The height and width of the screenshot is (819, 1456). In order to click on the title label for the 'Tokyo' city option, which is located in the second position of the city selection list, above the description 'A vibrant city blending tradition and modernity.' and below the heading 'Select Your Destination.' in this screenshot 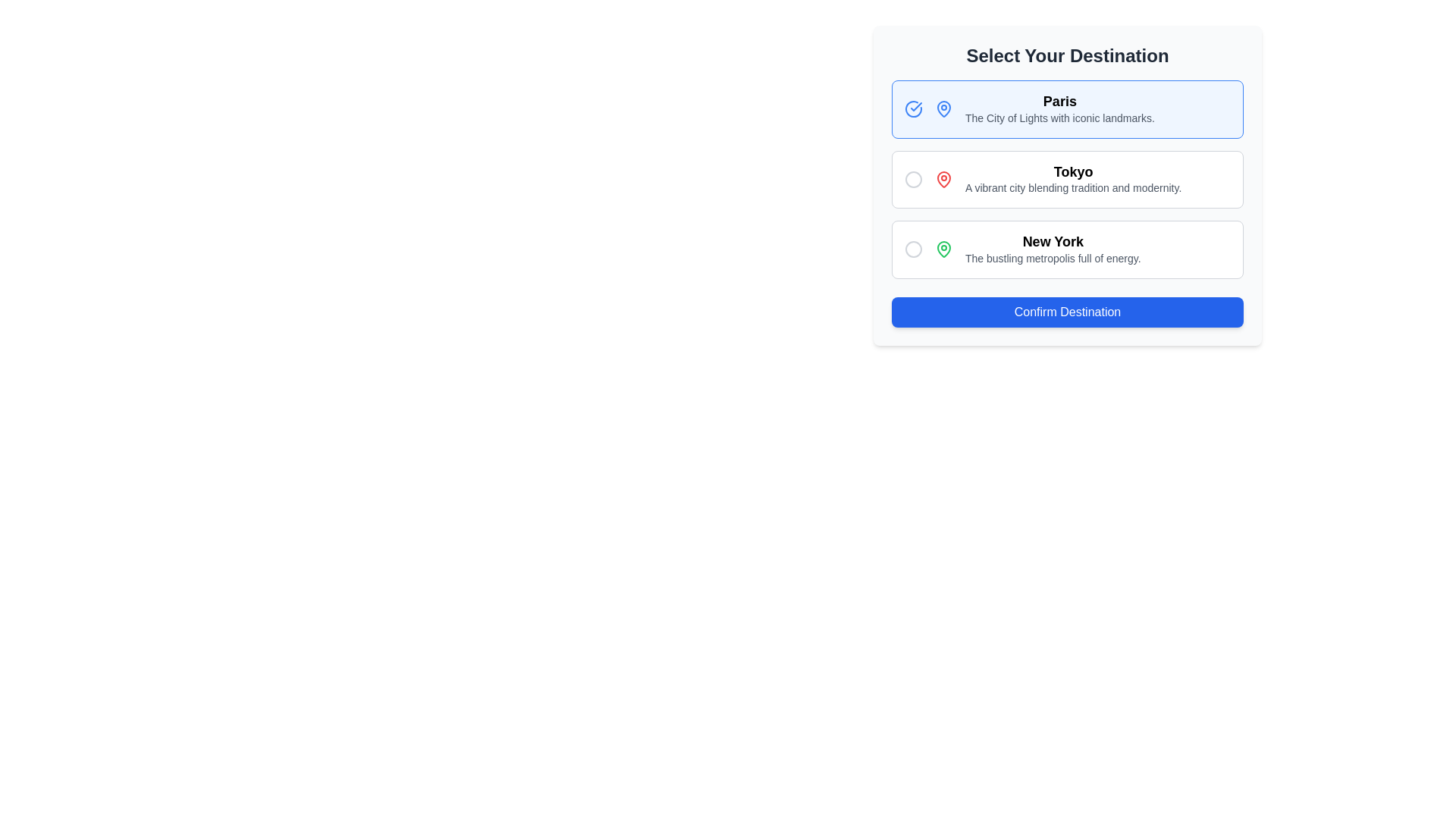, I will do `click(1072, 171)`.